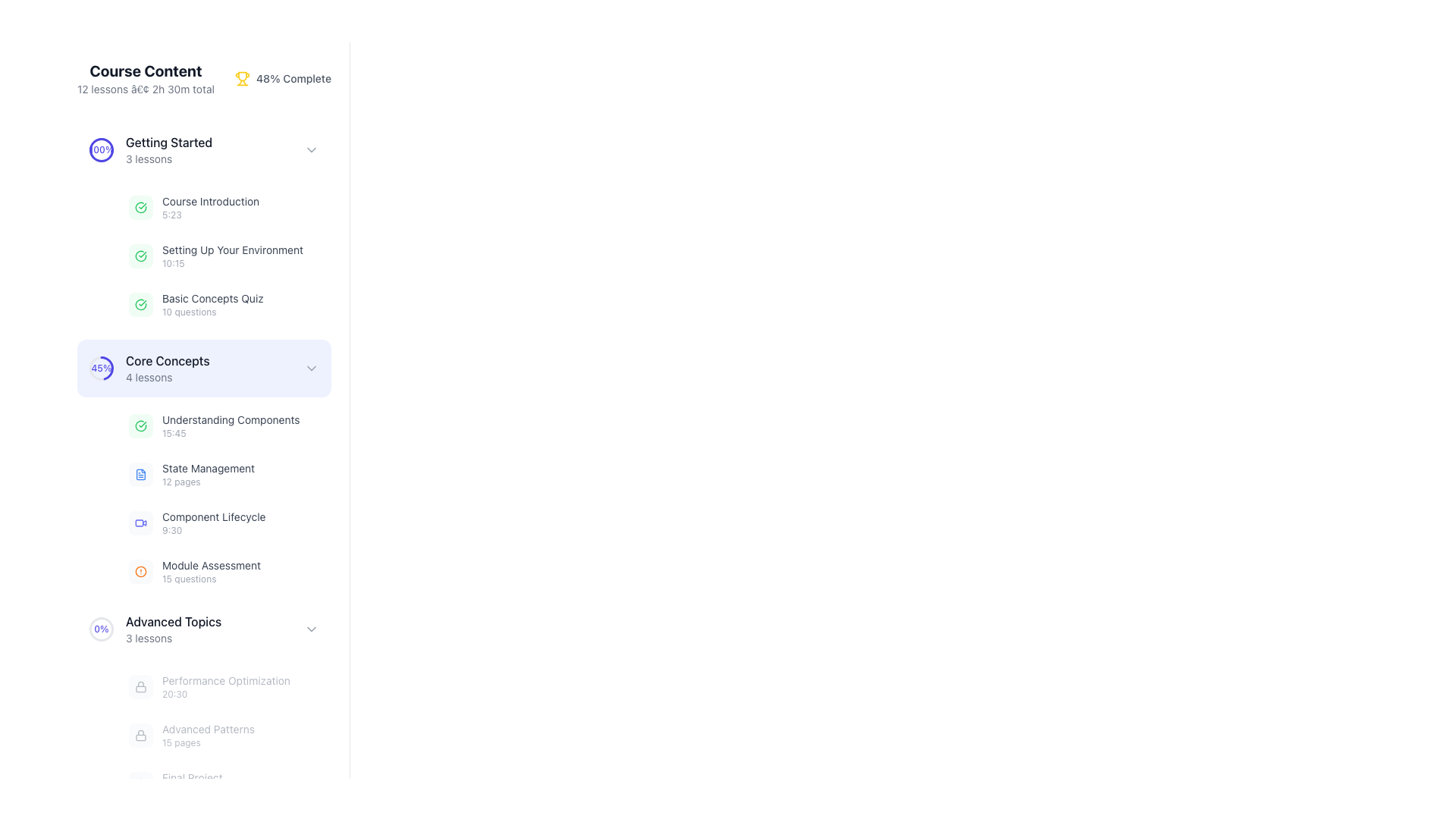  What do you see at coordinates (101, 369) in the screenshot?
I see `the Circular Visual Progress Ring Indicator located in the 'Core Concepts' section, which visually represents the completion percentage of 45%` at bounding box center [101, 369].